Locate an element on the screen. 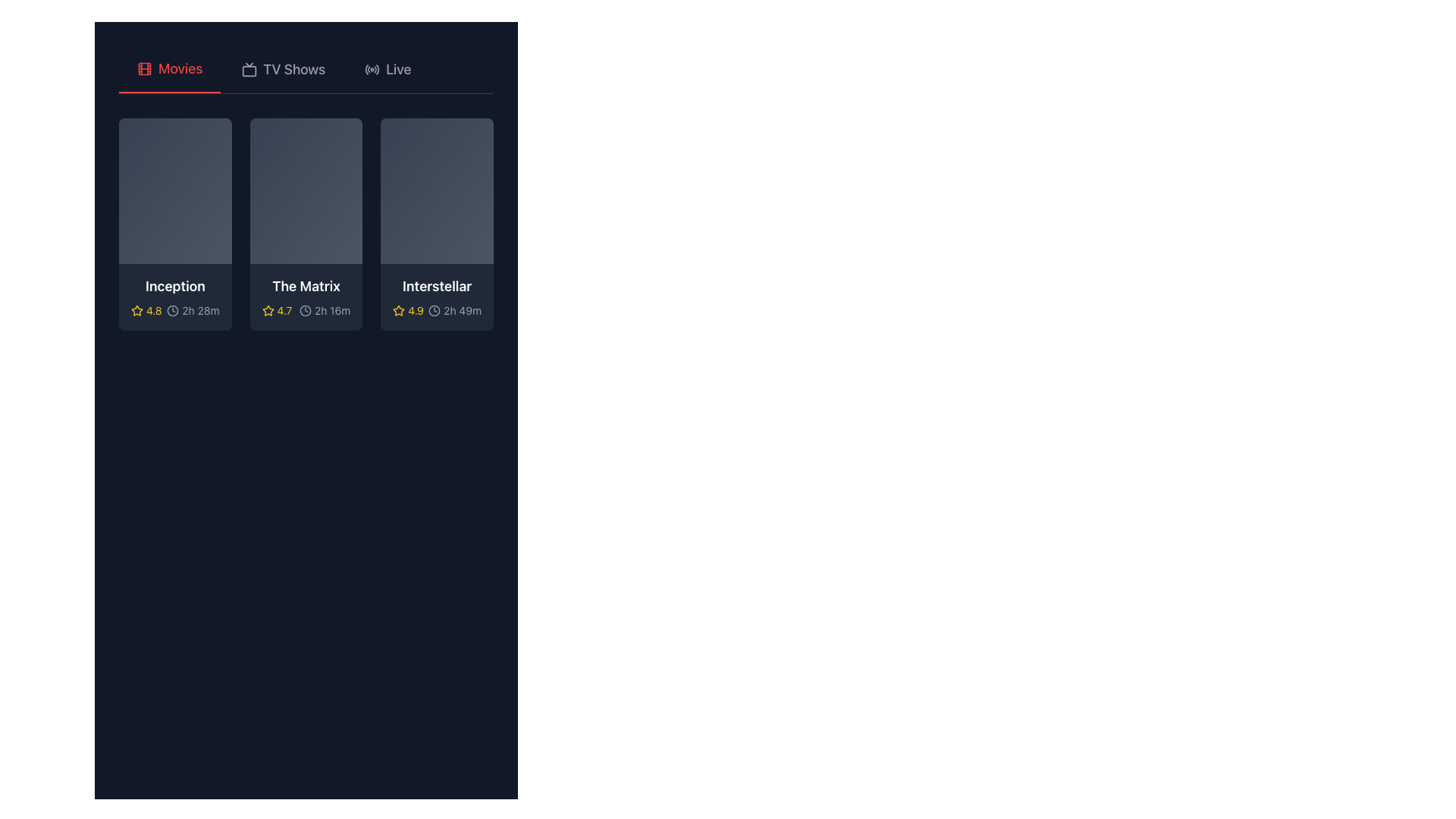  the star rating icon representing a rating of '4.9' for the movie 'Interstellar', located in the rightmost position of the horizontal list of movie cards is located at coordinates (399, 309).